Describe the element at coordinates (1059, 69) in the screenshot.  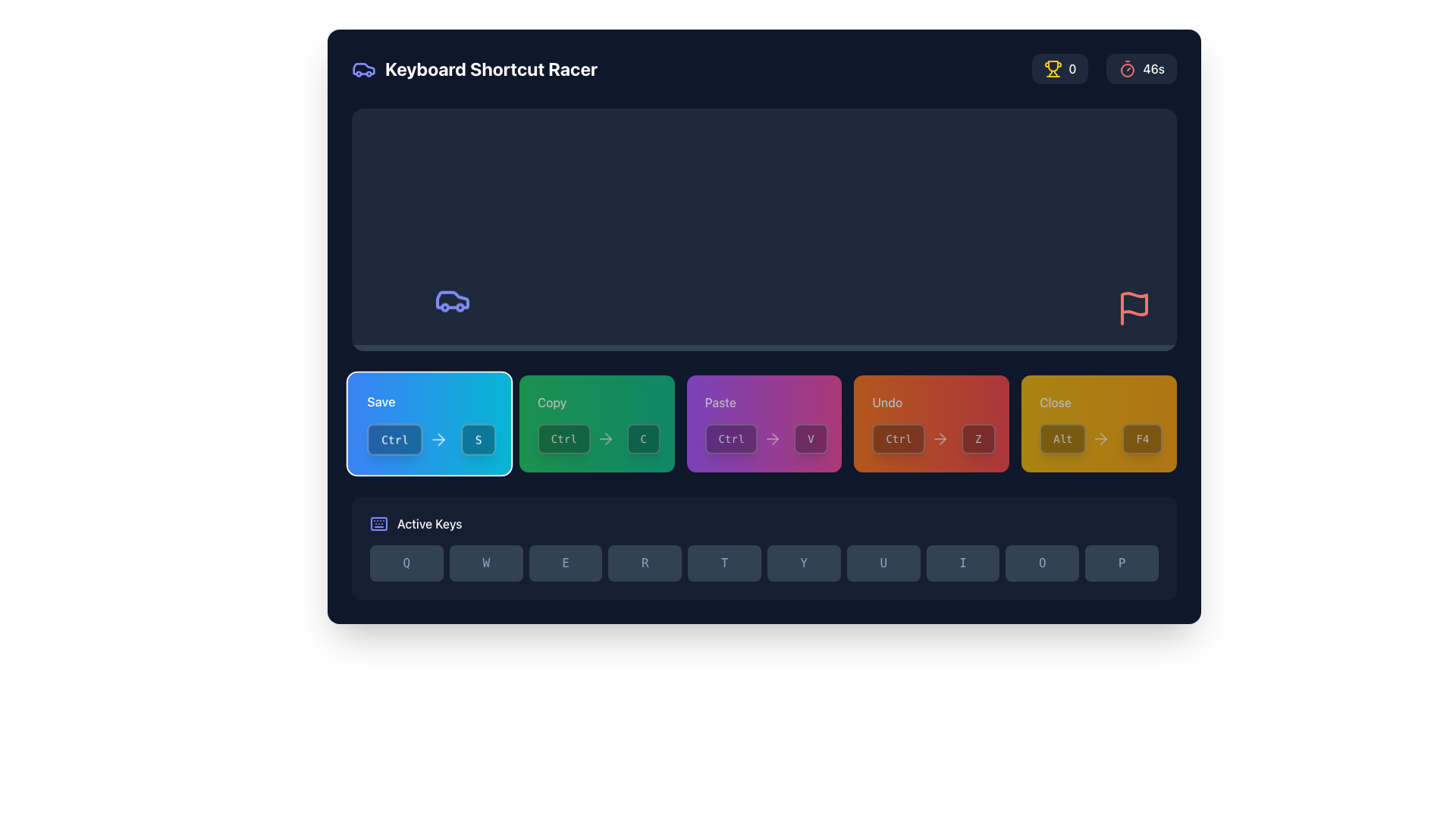
I see `the score or achievement counter element located at the top right corner of the interface, which consists of an icon and a text label` at that location.